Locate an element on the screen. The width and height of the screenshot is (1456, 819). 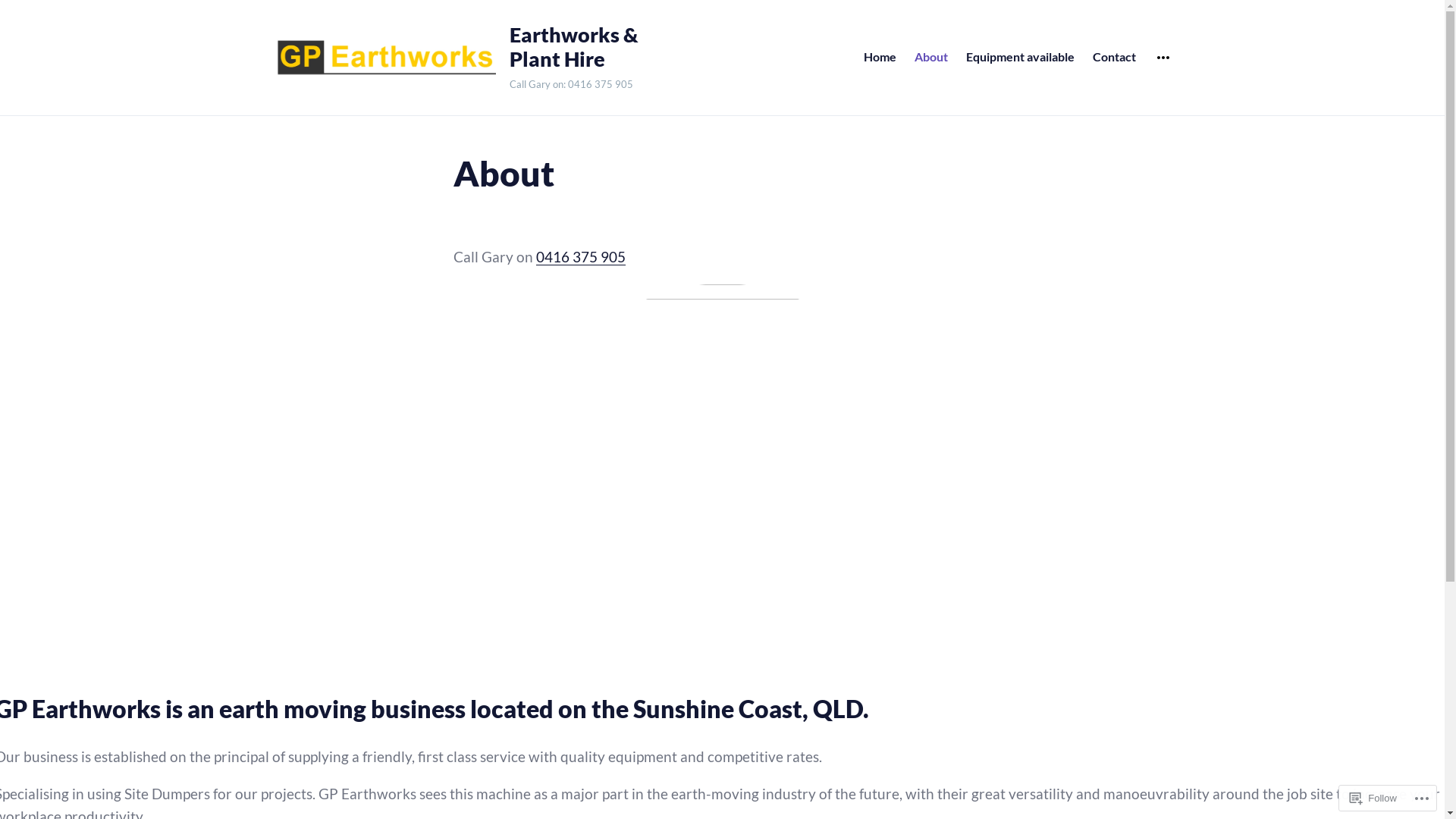
'Equipment available' is located at coordinates (1020, 56).